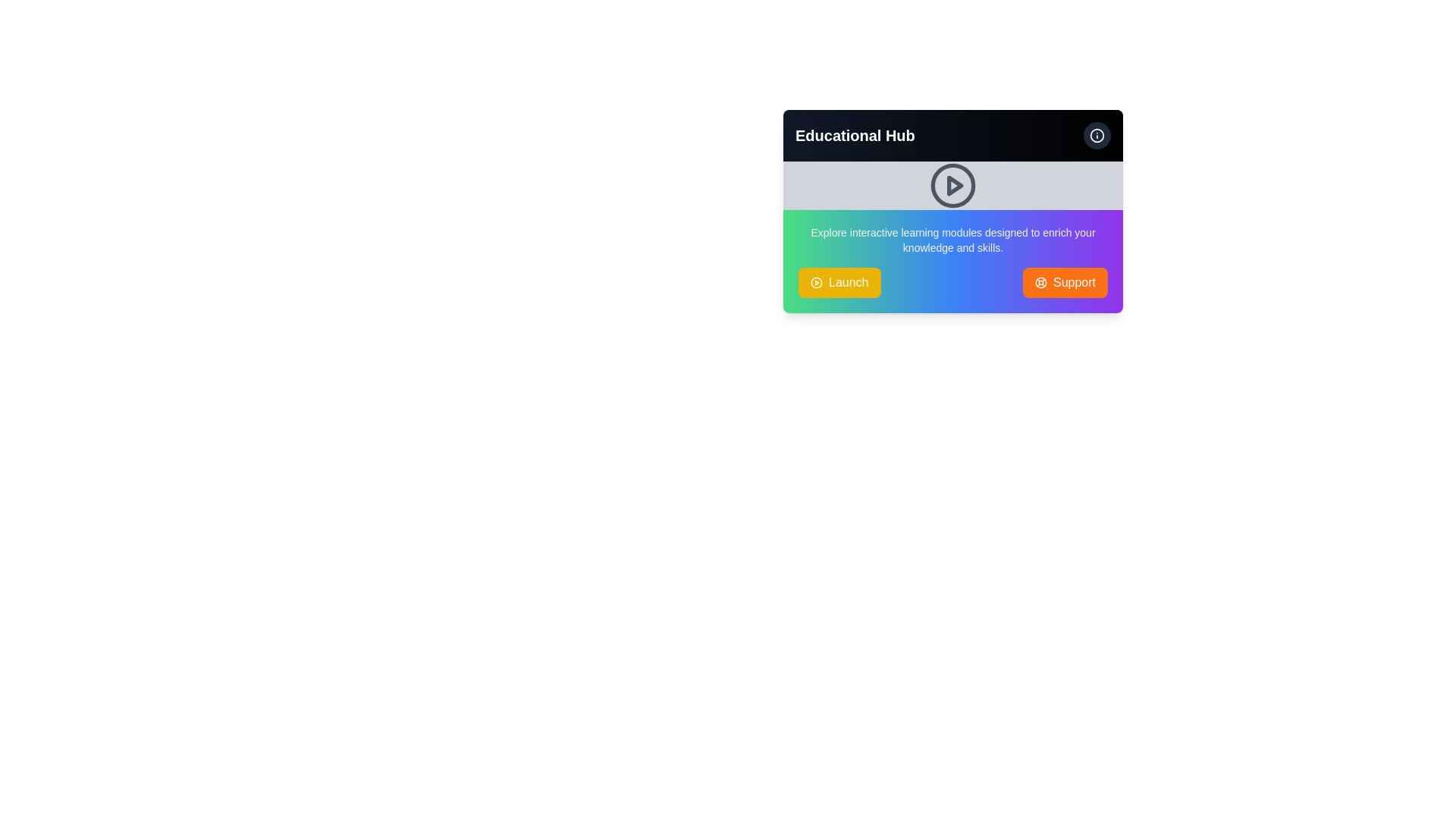 The image size is (1456, 819). Describe the element at coordinates (1040, 283) in the screenshot. I see `the small circular lifebuoy icon located on the left portion of the orange 'Support' button, which is at the bottom right of the card interface` at that location.